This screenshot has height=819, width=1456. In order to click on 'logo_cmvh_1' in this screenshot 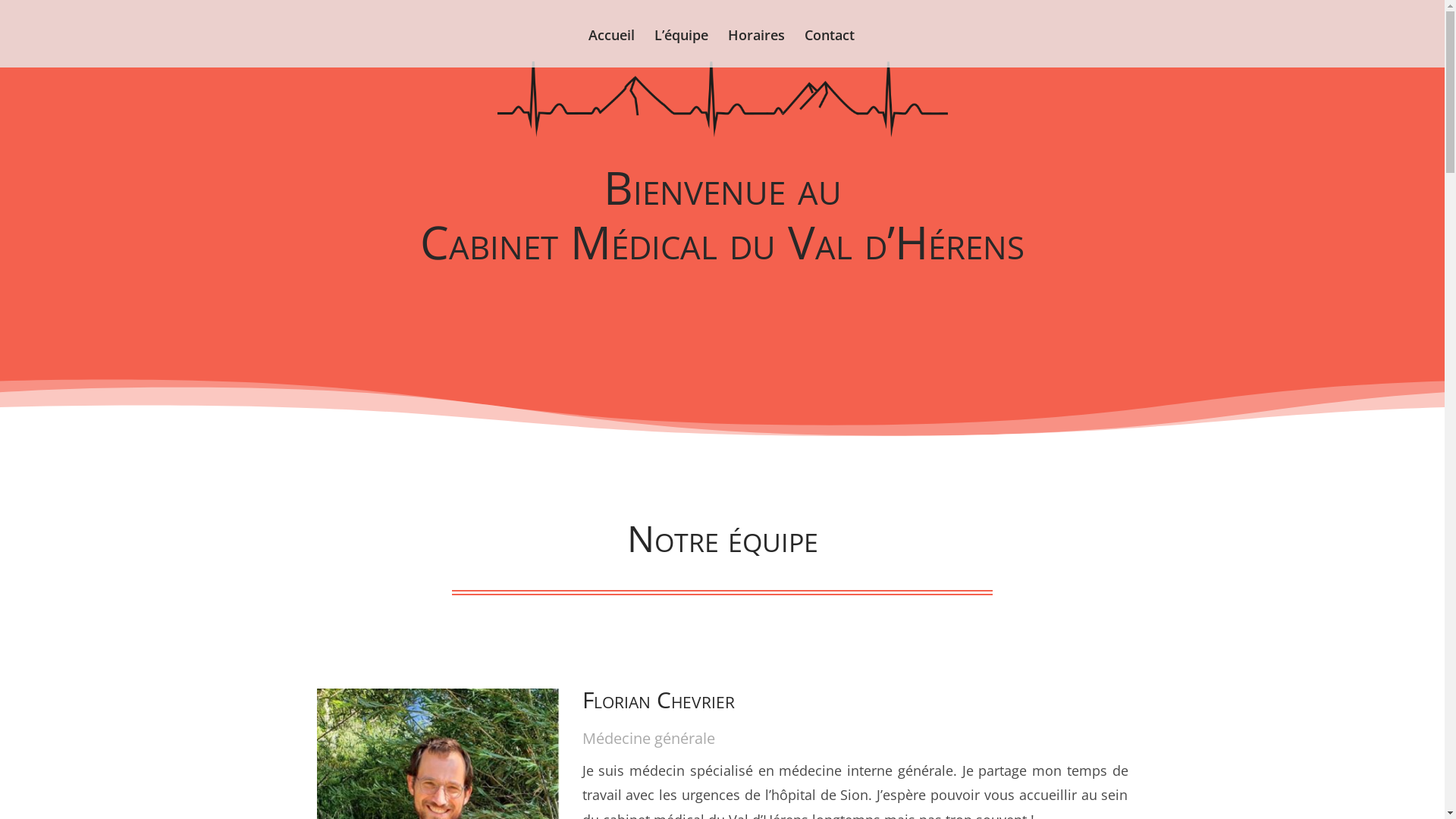, I will do `click(722, 99)`.